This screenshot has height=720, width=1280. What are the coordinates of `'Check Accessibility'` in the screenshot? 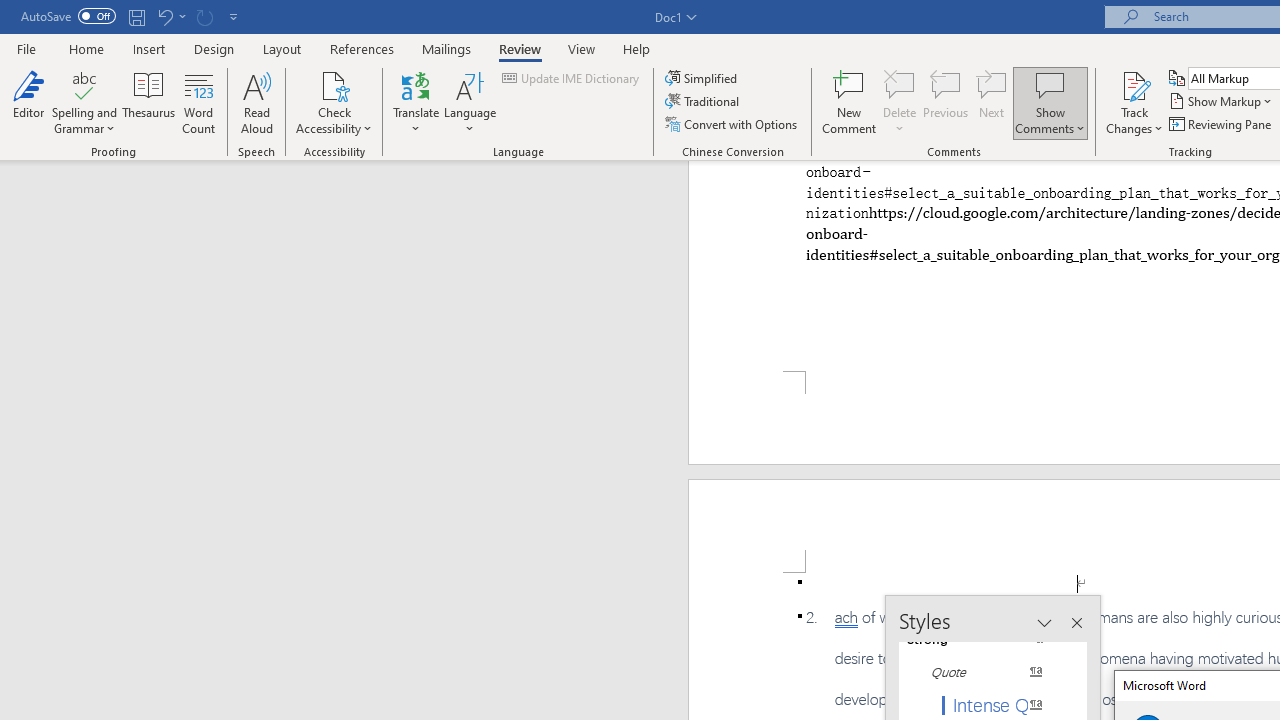 It's located at (334, 84).